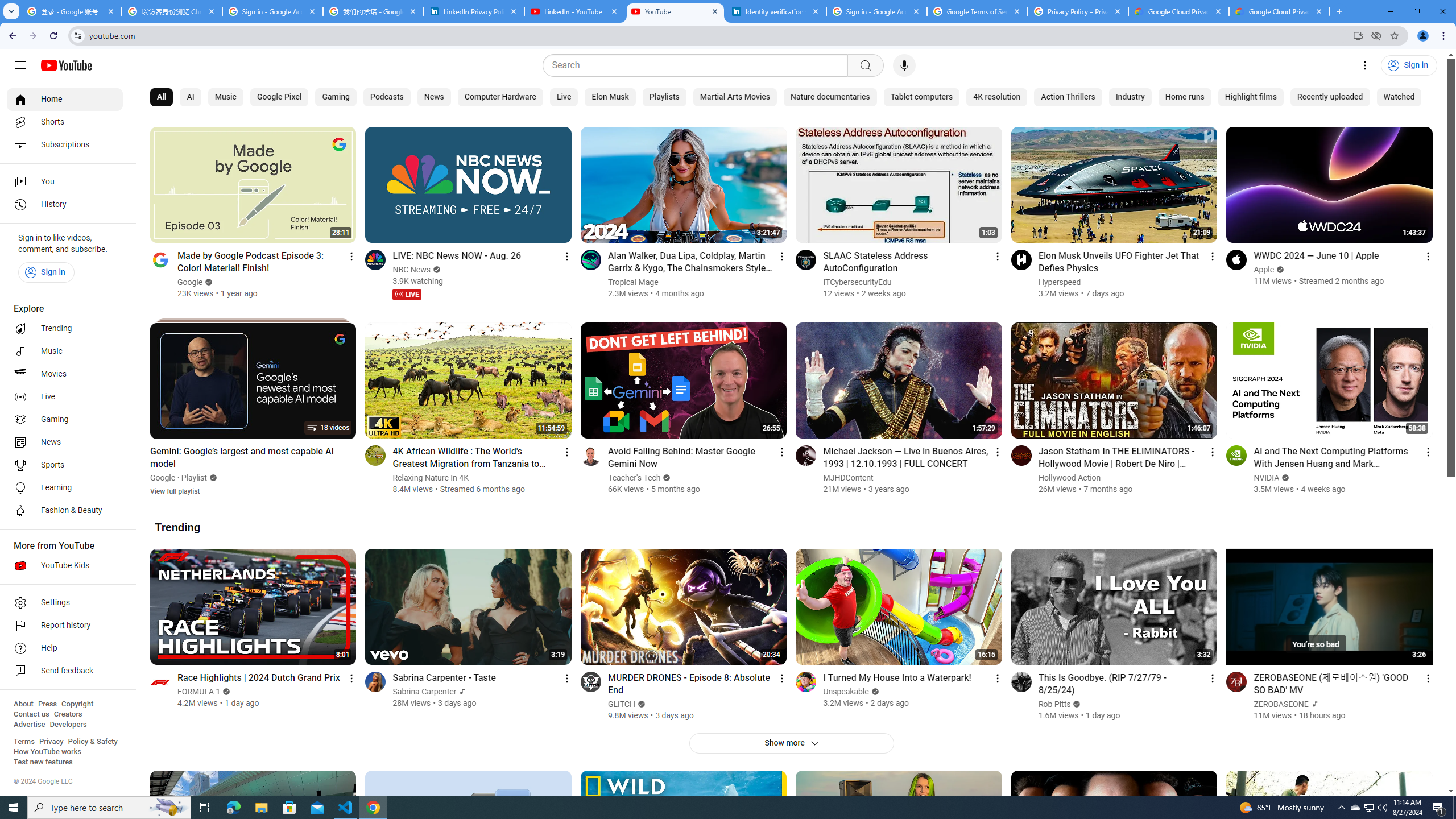 The height and width of the screenshot is (819, 1456). I want to click on 'LinkedIn Privacy Policy', so click(474, 11).